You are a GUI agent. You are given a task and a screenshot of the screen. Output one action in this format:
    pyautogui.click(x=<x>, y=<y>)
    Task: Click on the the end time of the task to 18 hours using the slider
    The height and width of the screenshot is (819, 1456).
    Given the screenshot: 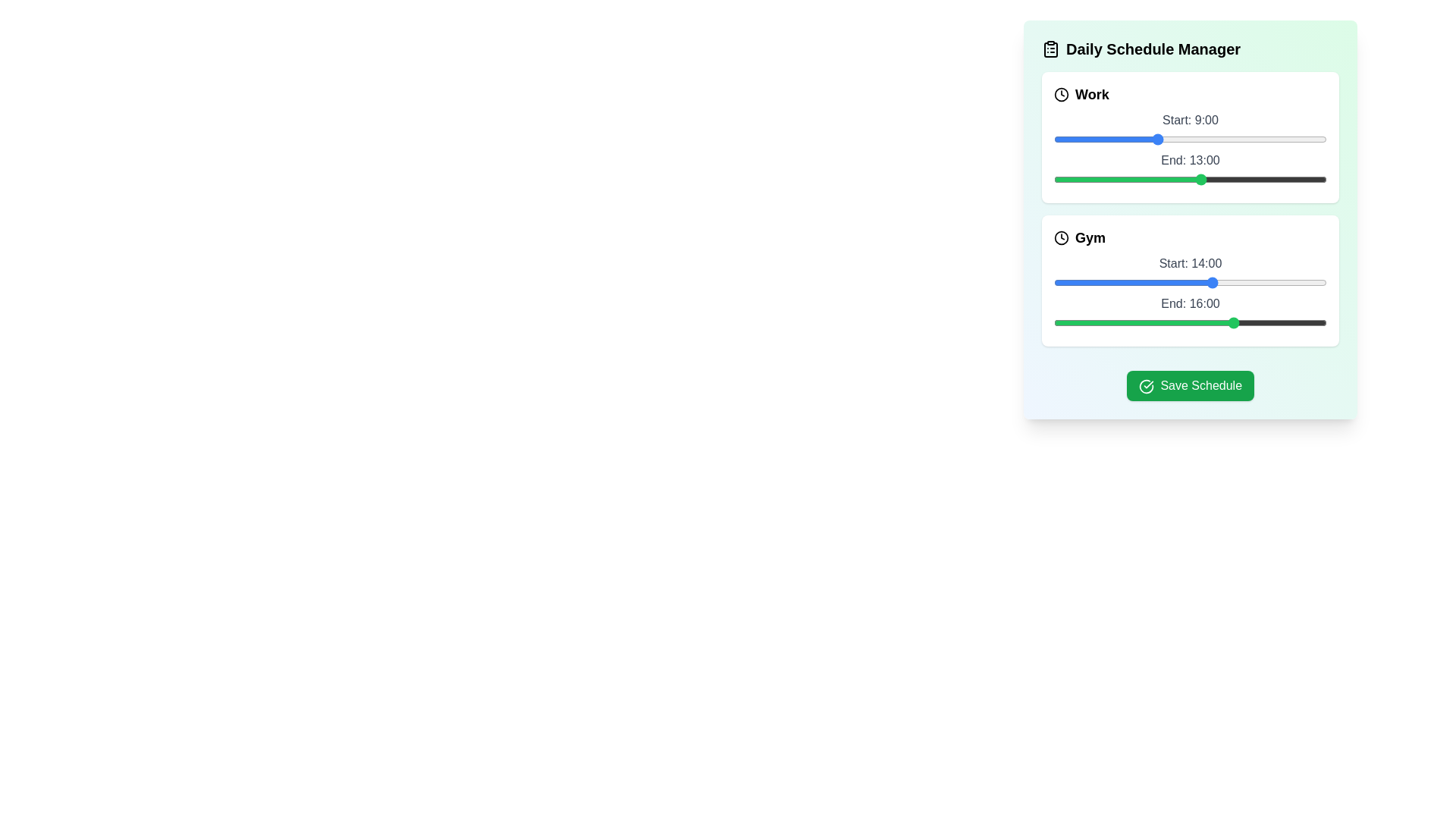 What is the action you would take?
    pyautogui.click(x=1259, y=178)
    